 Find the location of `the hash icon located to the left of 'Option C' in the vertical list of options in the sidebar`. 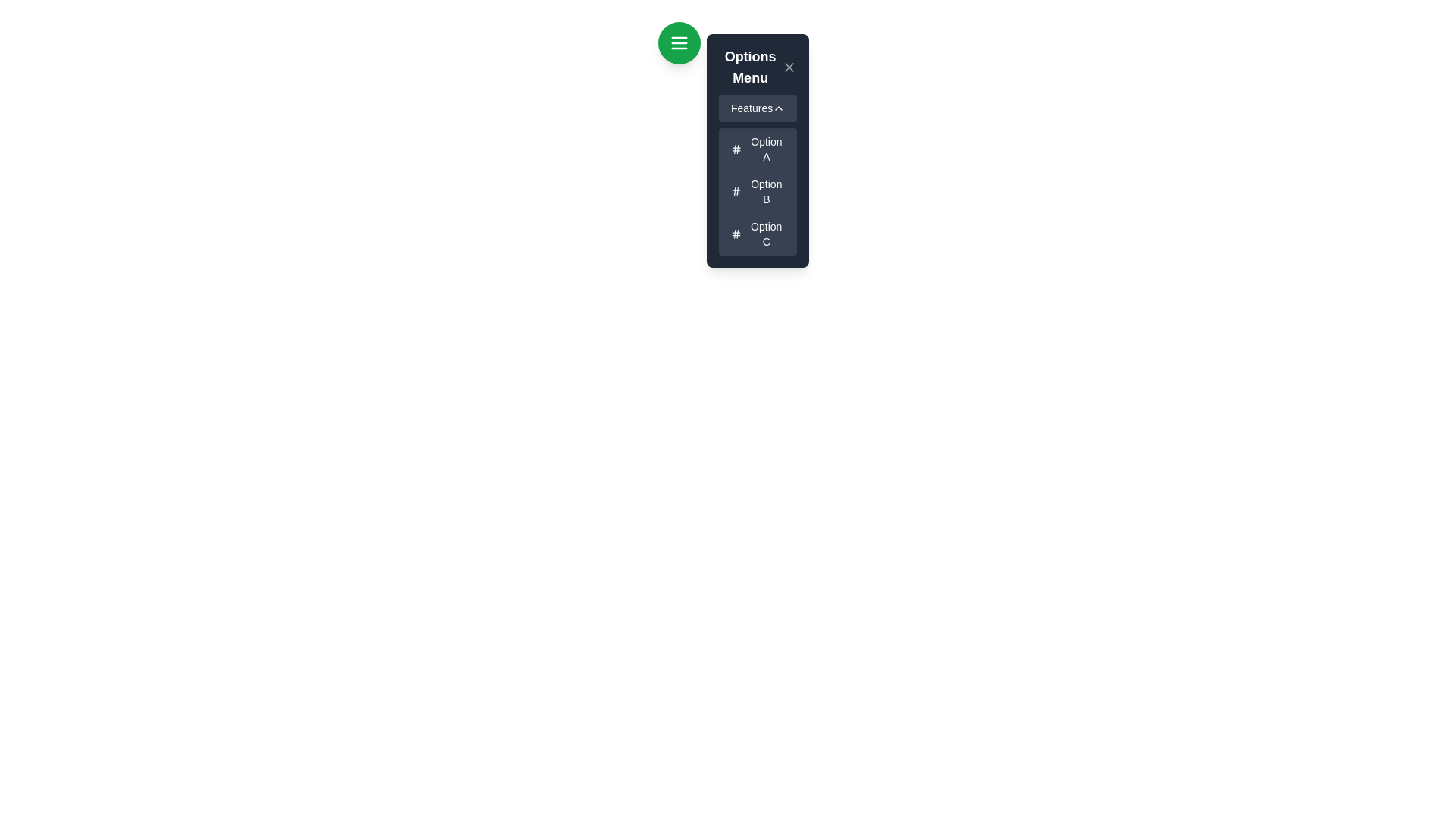

the hash icon located to the left of 'Option C' in the vertical list of options in the sidebar is located at coordinates (736, 234).